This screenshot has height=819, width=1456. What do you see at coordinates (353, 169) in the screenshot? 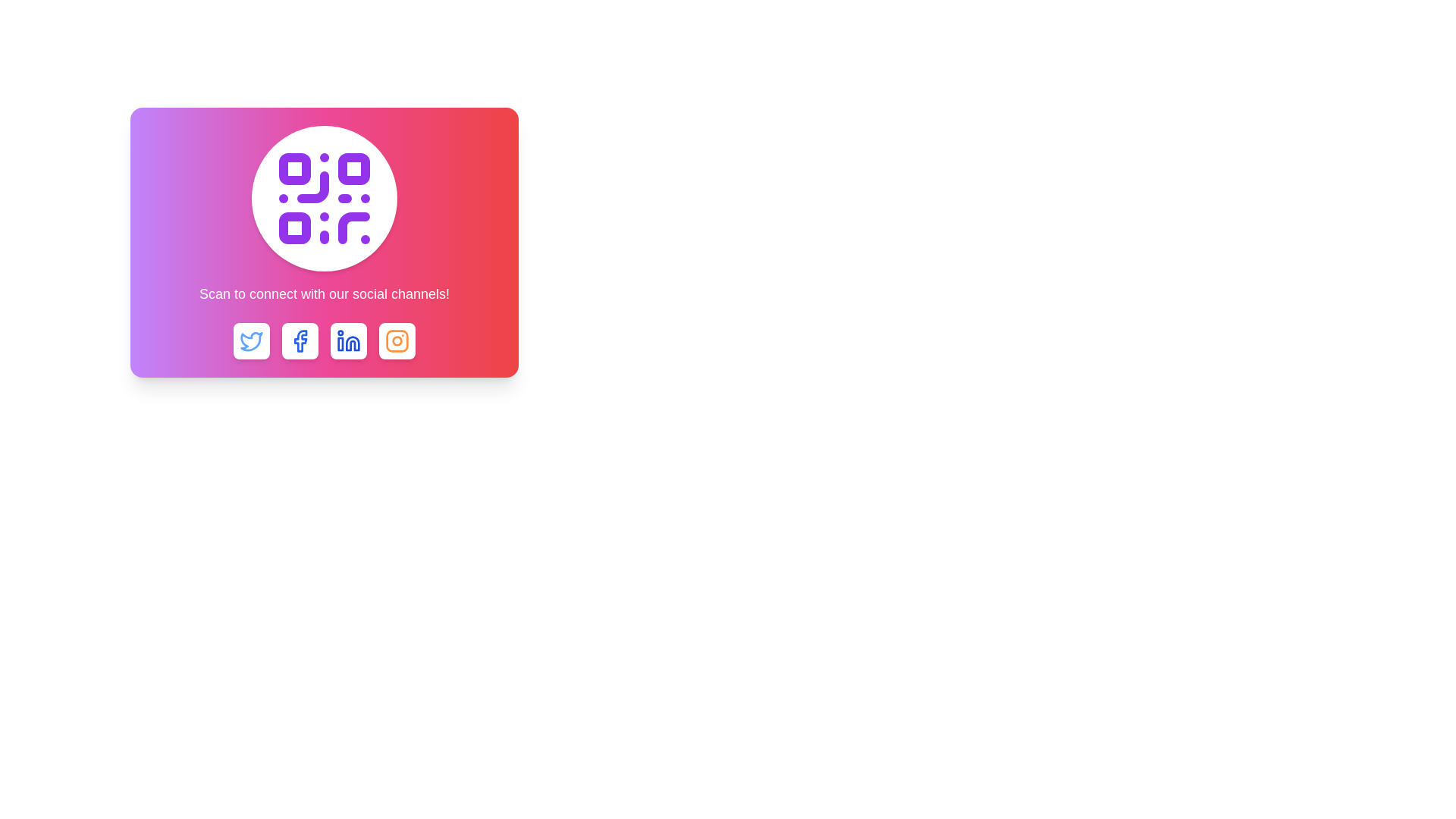
I see `the second SVG rectangular shape located at the top right corner of the circular QR code design, which is part of a decorative QR code icon` at bounding box center [353, 169].